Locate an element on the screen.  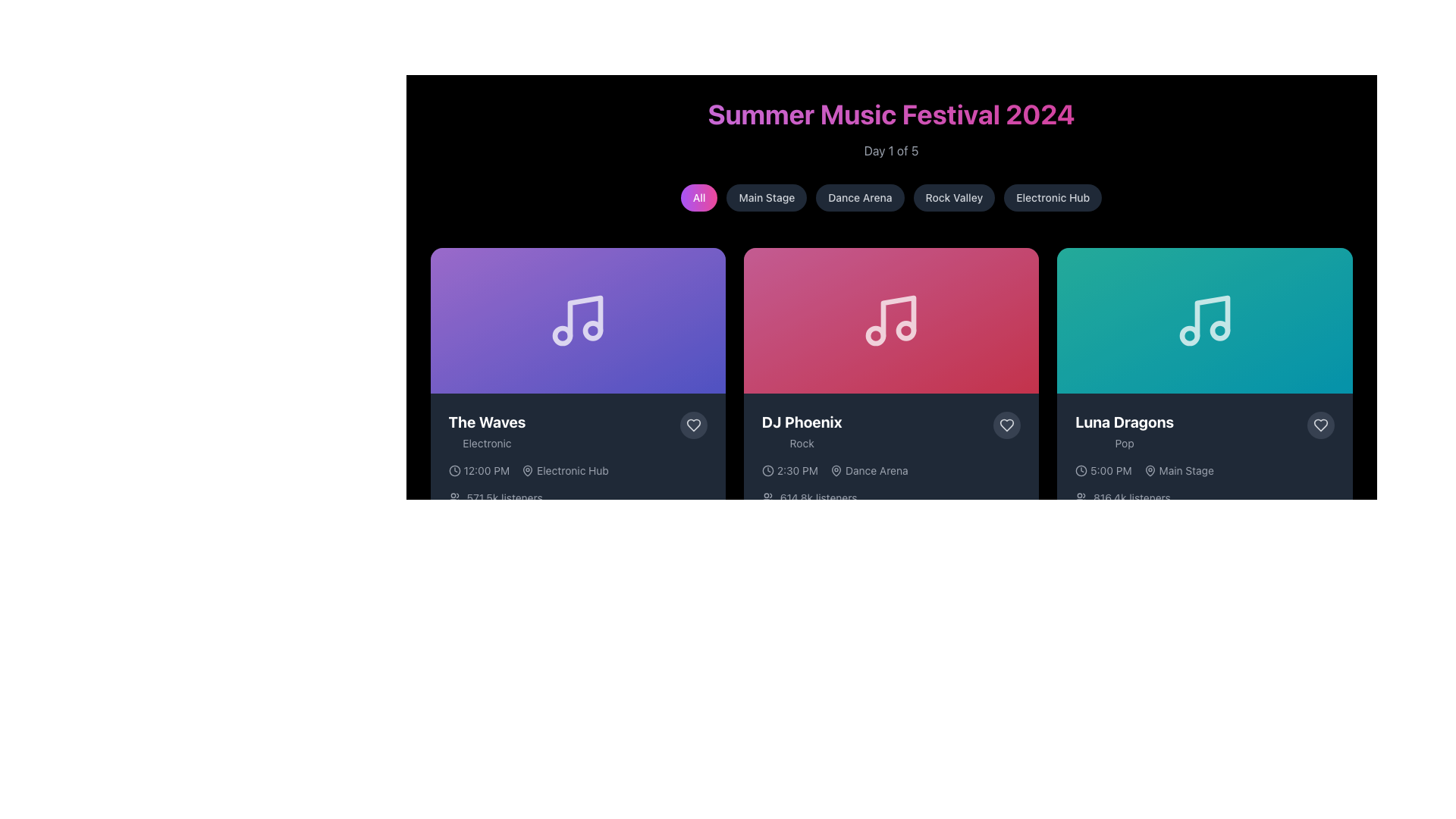
the icon representing 'Electronic Hub' located to the left of the text within the event information section for 'The Waves' is located at coordinates (528, 470).